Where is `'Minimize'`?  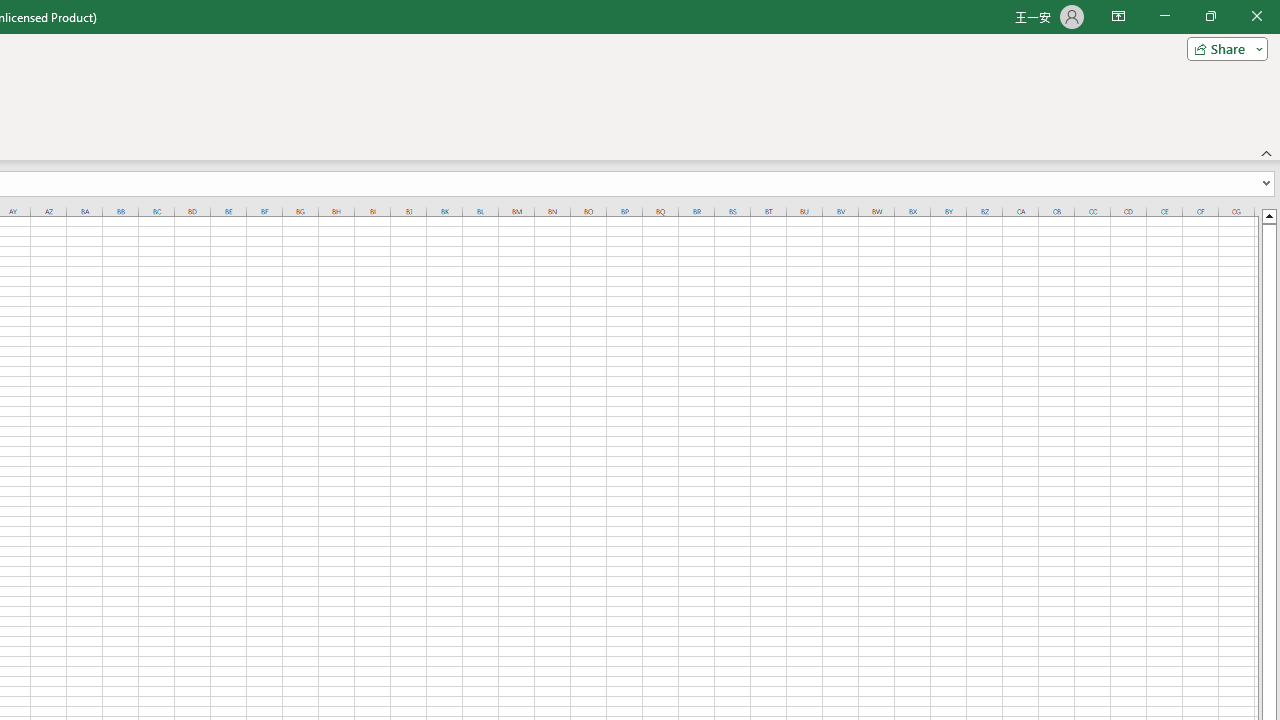
'Minimize' is located at coordinates (1164, 16).